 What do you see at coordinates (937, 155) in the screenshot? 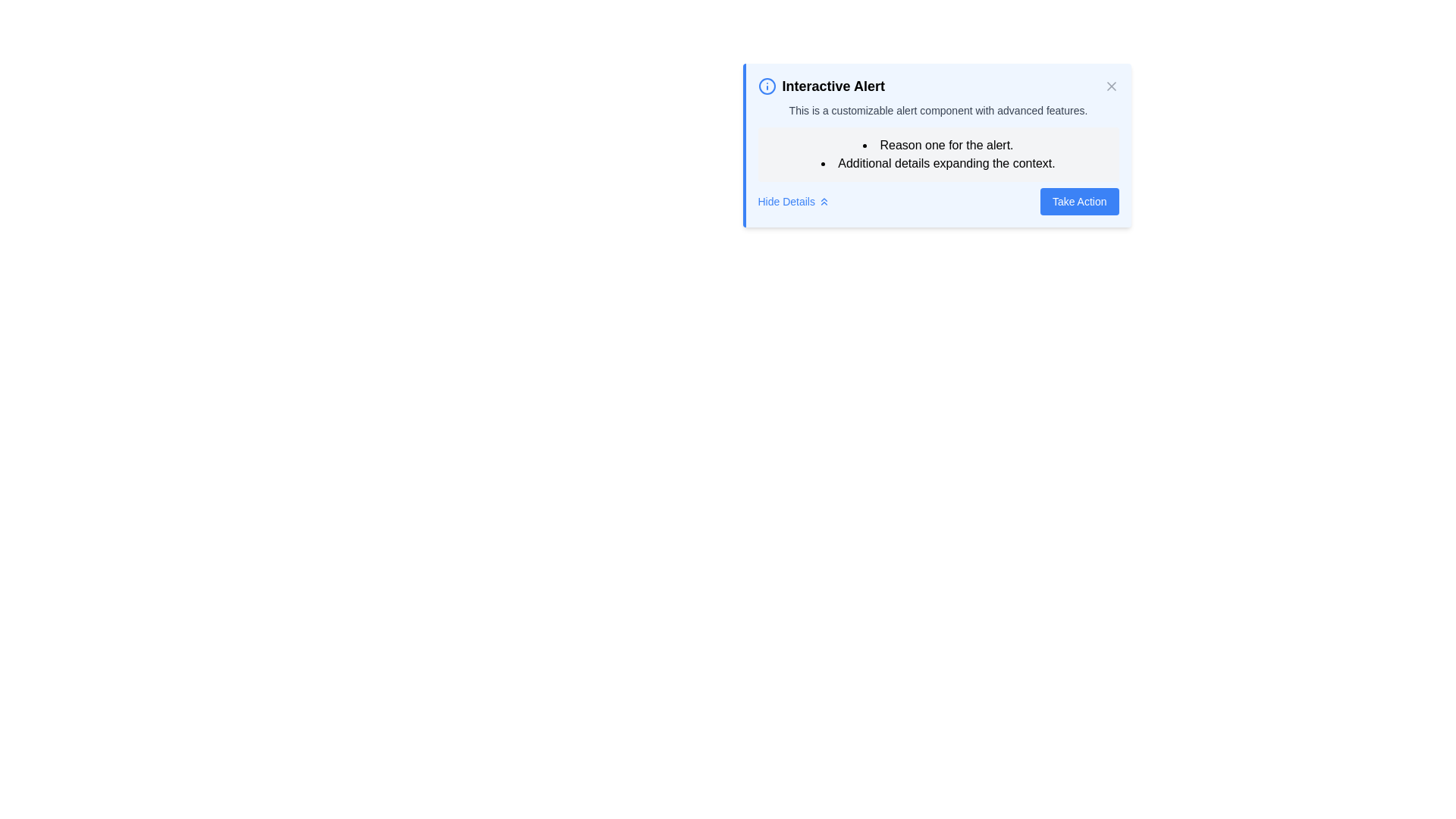
I see `the bullet-pointed list element containing the text 'Reason one for the alert.' and 'Additional details expanding the context.' which is located inside a light gray background box beneath the primary alert message and above the 'Take Action' button` at bounding box center [937, 155].